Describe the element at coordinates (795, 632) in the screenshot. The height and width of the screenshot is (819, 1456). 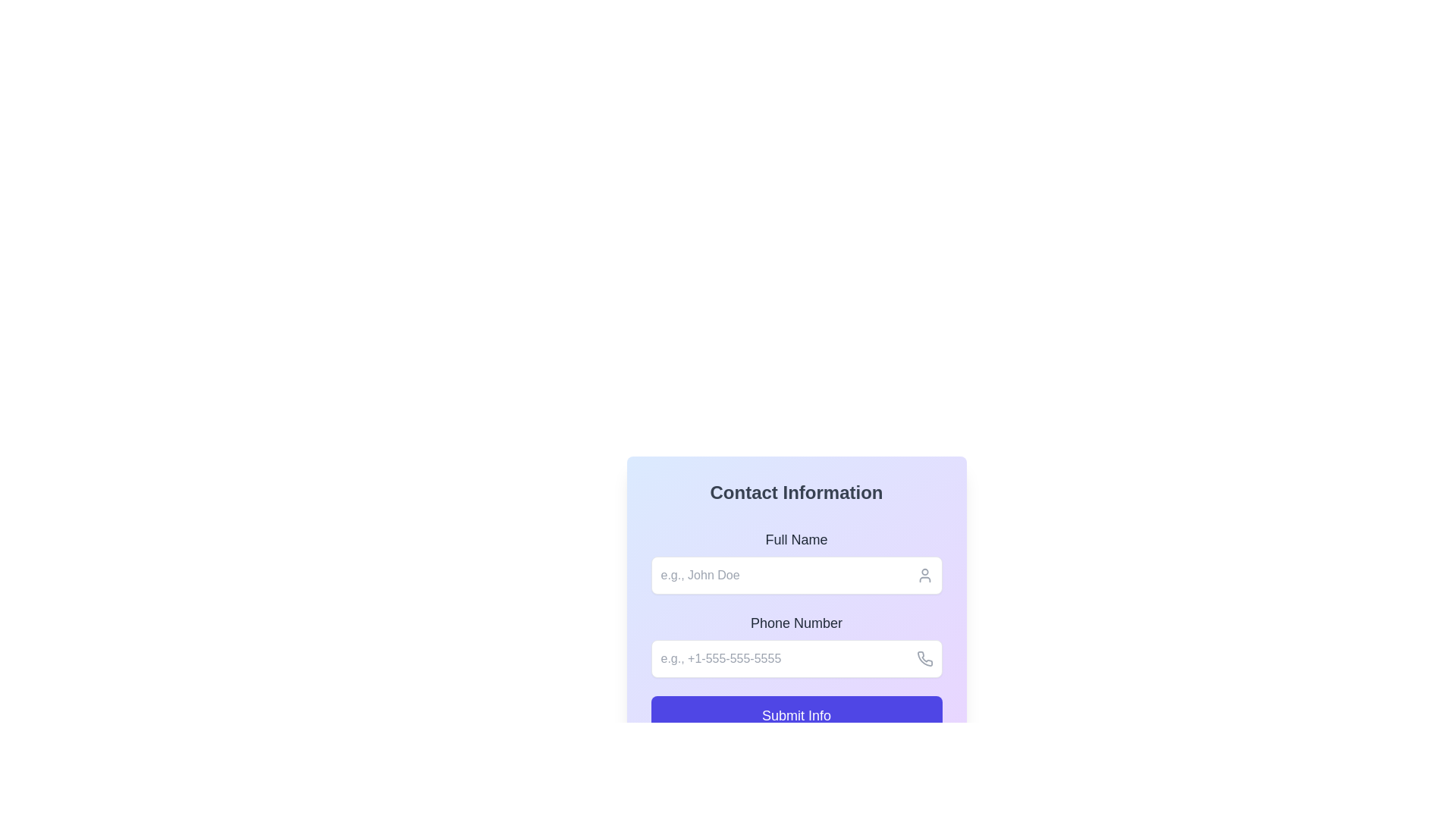
I see `the input field located in the 'Contact Information' section, which has a gradient background and is positioned below the full name input and above the 'Submit Info' button to focus on it` at that location.